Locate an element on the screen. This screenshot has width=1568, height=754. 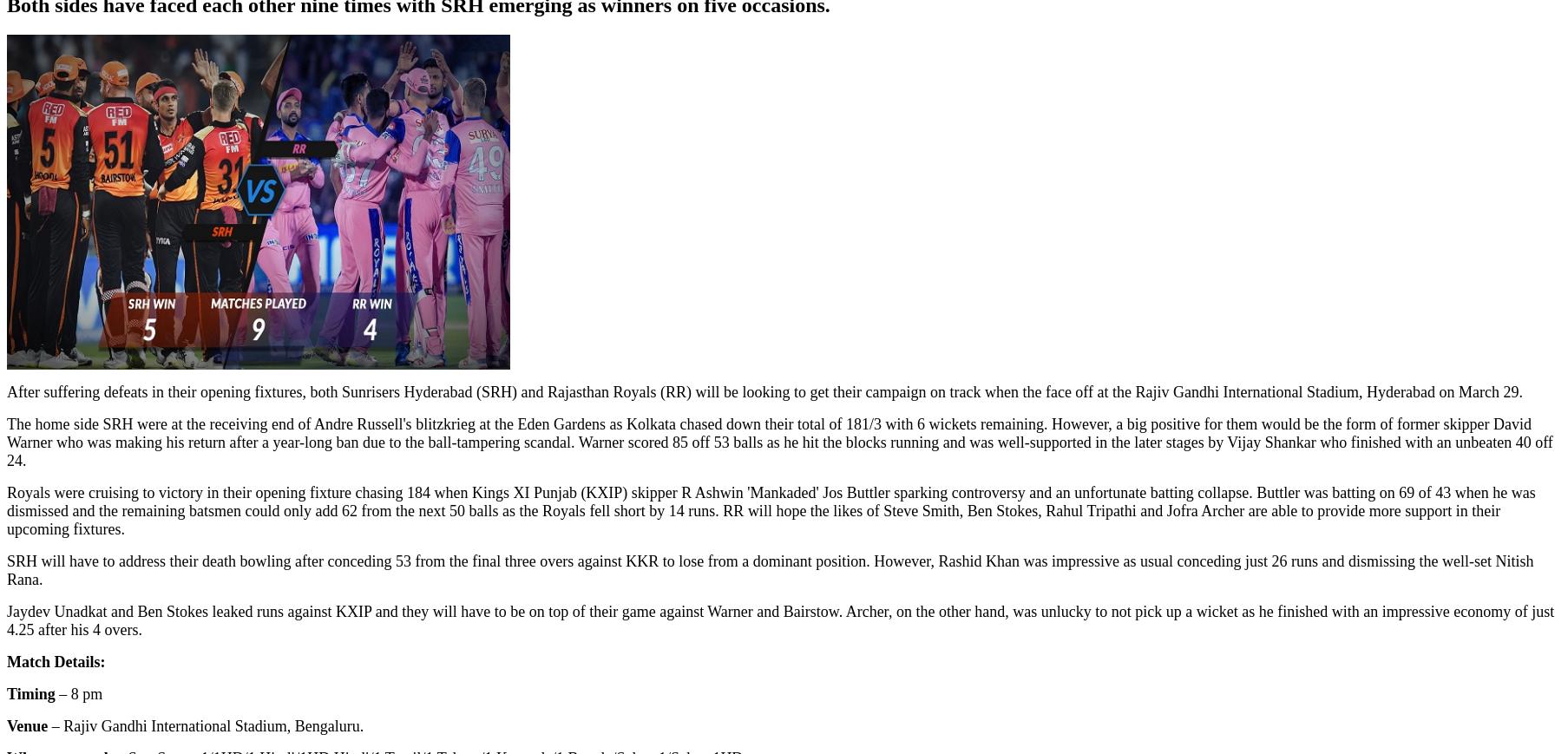
'Venue' is located at coordinates (27, 726).